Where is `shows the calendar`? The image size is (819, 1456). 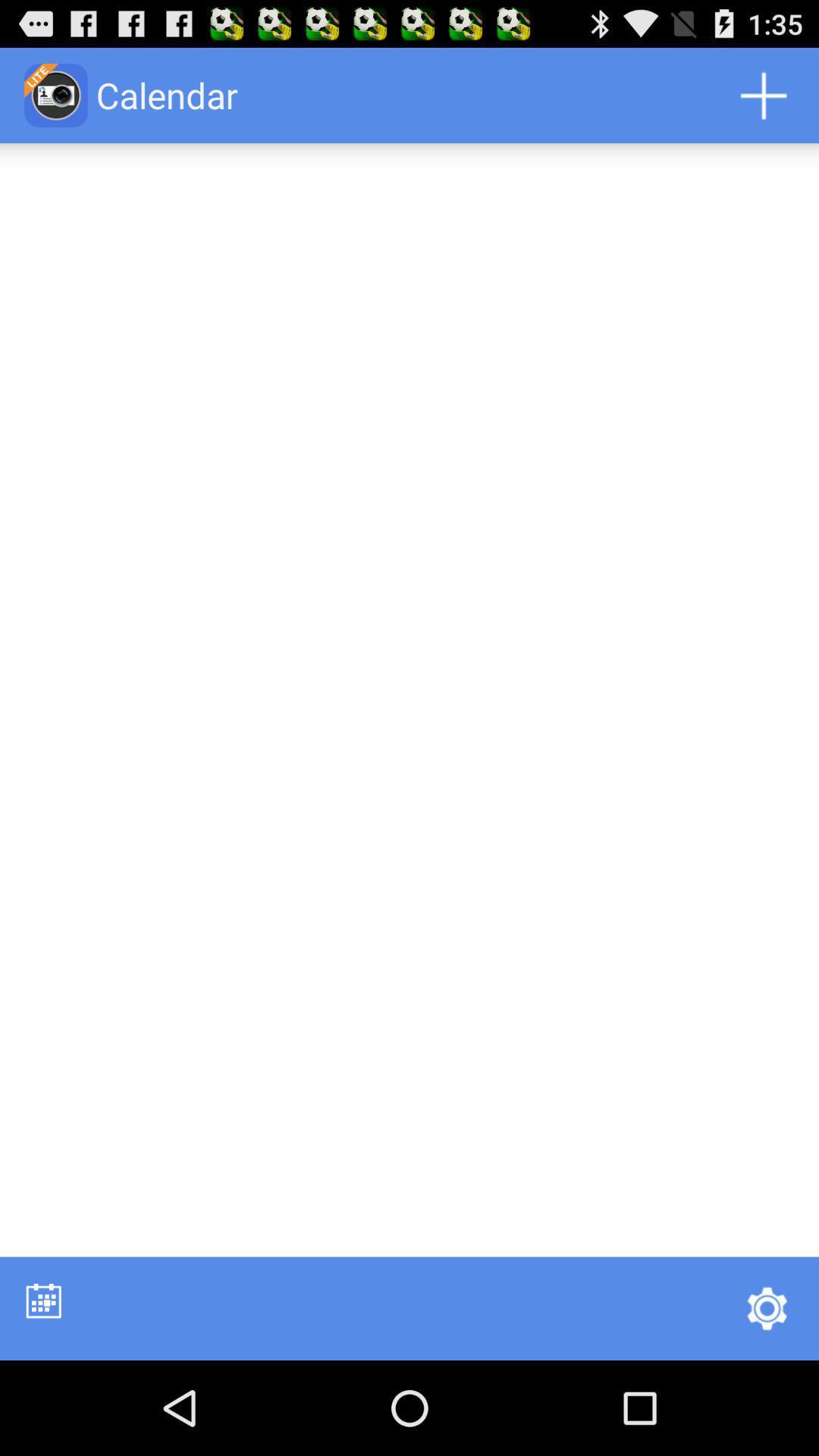 shows the calendar is located at coordinates (42, 1300).